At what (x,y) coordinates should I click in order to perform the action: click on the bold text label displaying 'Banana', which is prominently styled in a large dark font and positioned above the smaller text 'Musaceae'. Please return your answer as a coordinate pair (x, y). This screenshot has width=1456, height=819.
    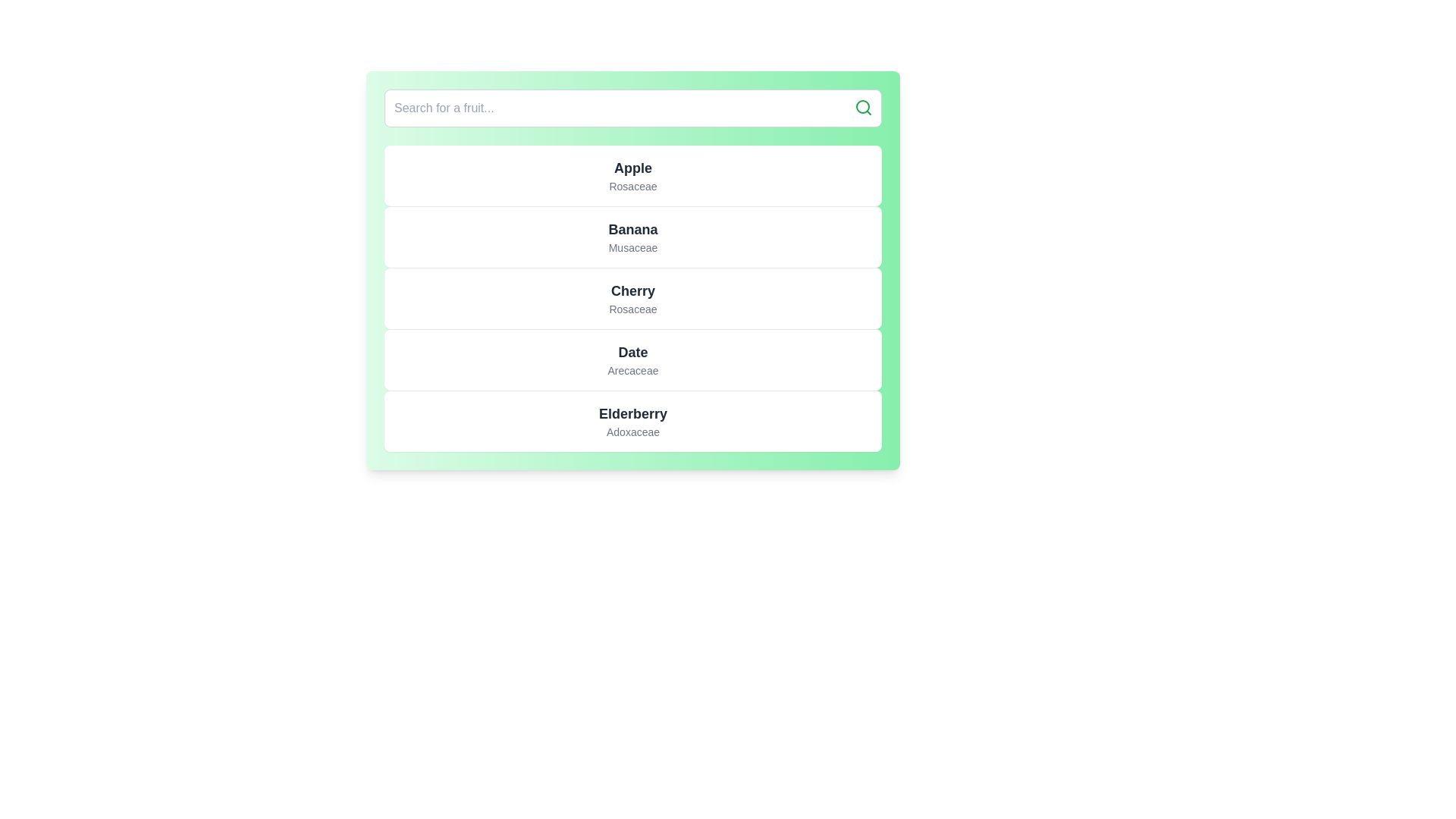
    Looking at the image, I should click on (633, 230).